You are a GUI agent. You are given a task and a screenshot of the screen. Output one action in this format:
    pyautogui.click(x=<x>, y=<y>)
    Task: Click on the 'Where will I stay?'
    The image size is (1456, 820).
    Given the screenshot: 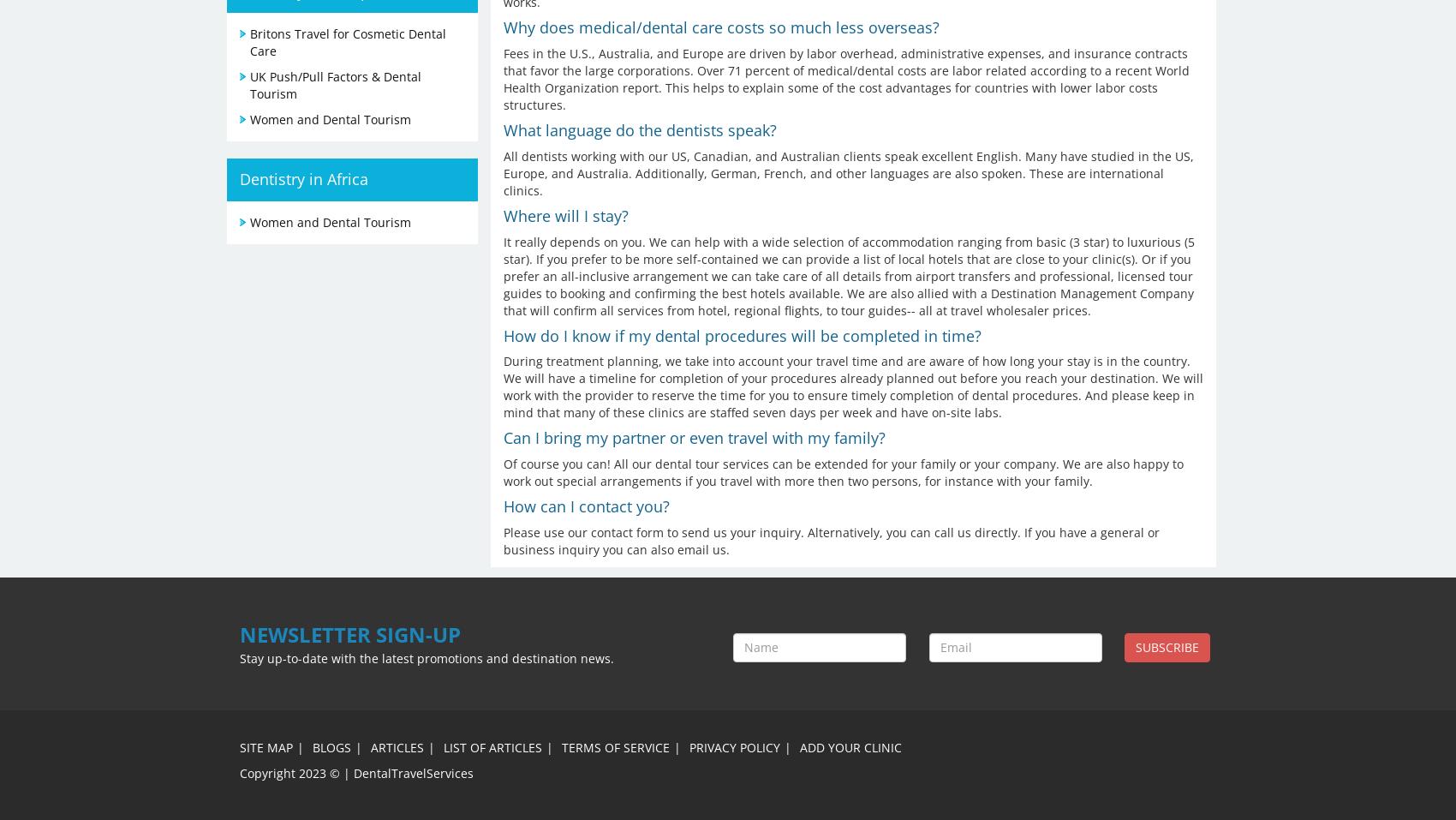 What is the action you would take?
    pyautogui.click(x=564, y=214)
    